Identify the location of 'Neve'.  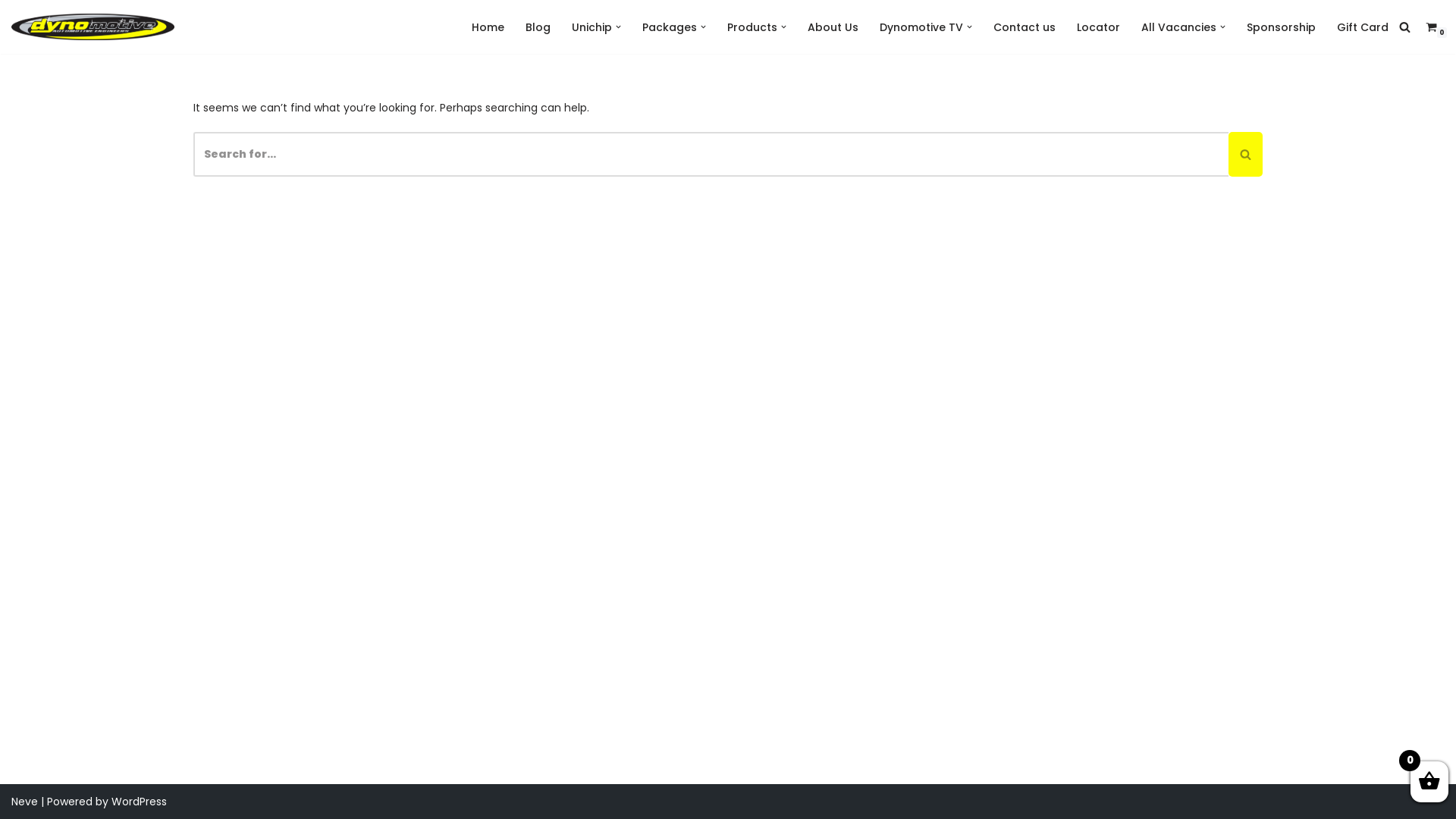
(11, 800).